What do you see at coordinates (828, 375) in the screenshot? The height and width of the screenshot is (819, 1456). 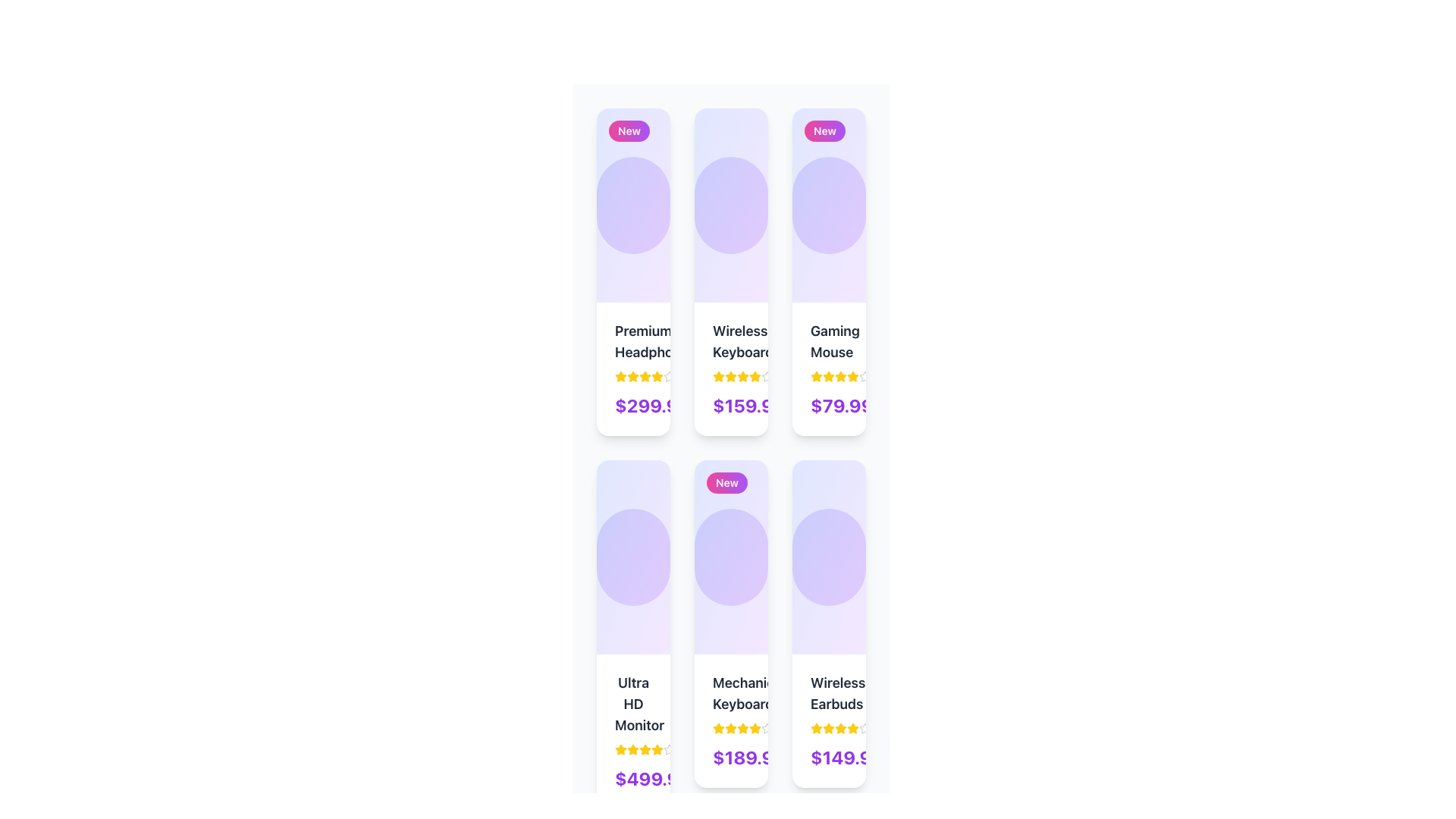 I see `the third gold-colored star in the rating system below the 'Gaming Mouse' product card to interact or change the rating` at bounding box center [828, 375].